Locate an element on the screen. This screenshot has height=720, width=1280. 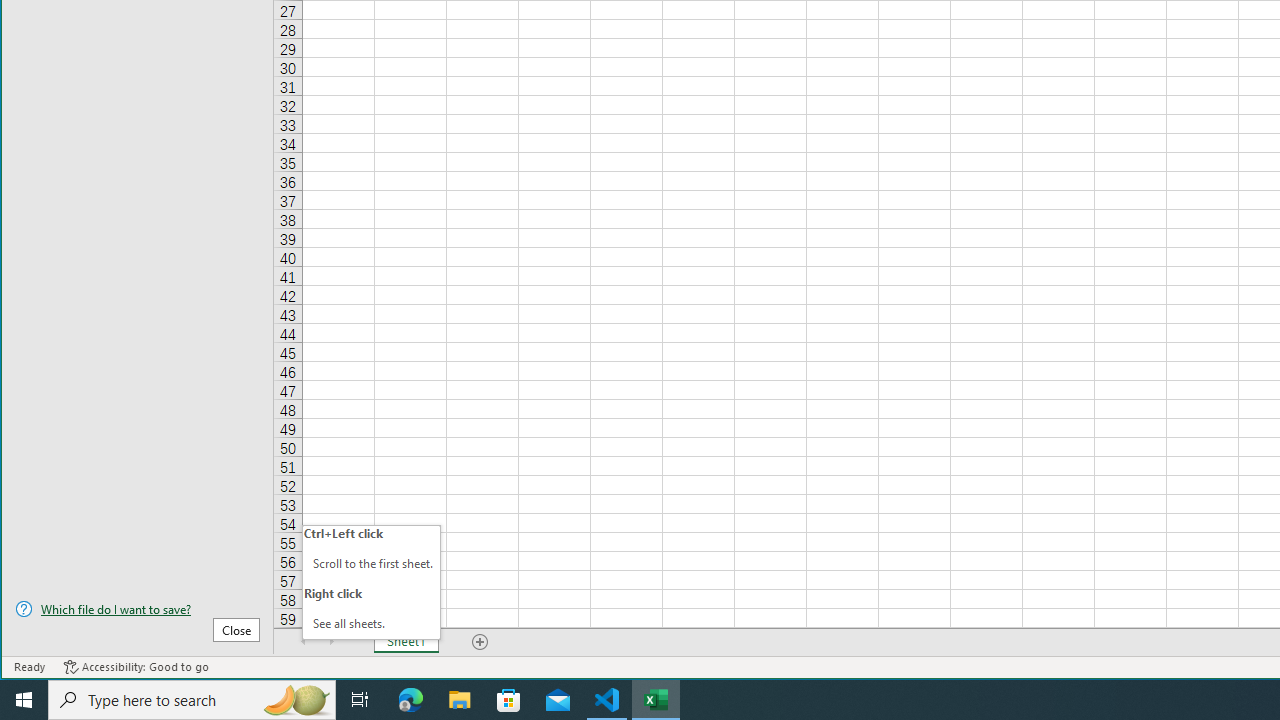
'Start' is located at coordinates (24, 698).